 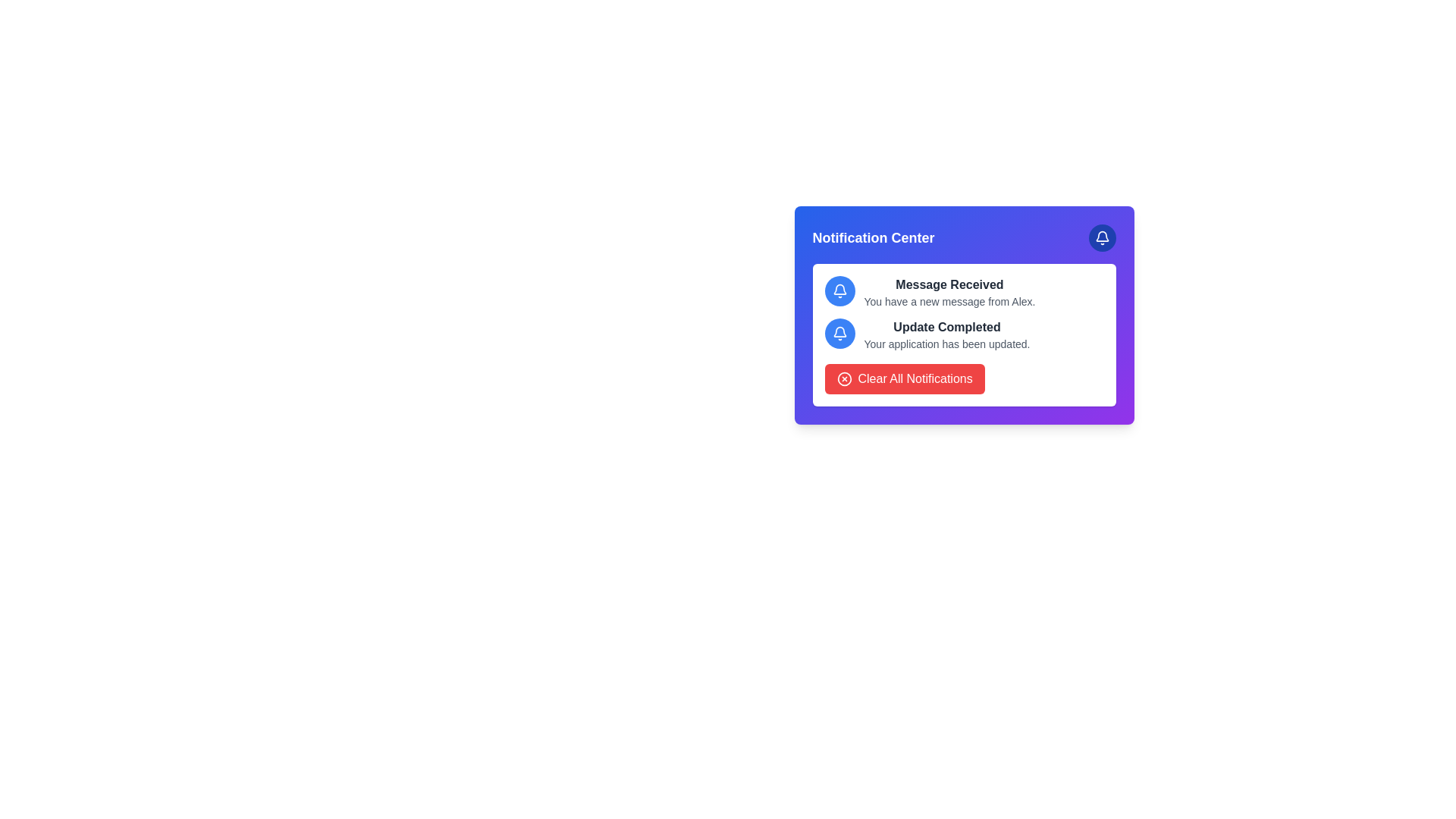 What do you see at coordinates (839, 332) in the screenshot?
I see `the circular blue notification indicator icon with a white outline of a bell, located in the second row of the notifications list, aligned to the left of the 'Update Completed' text` at bounding box center [839, 332].